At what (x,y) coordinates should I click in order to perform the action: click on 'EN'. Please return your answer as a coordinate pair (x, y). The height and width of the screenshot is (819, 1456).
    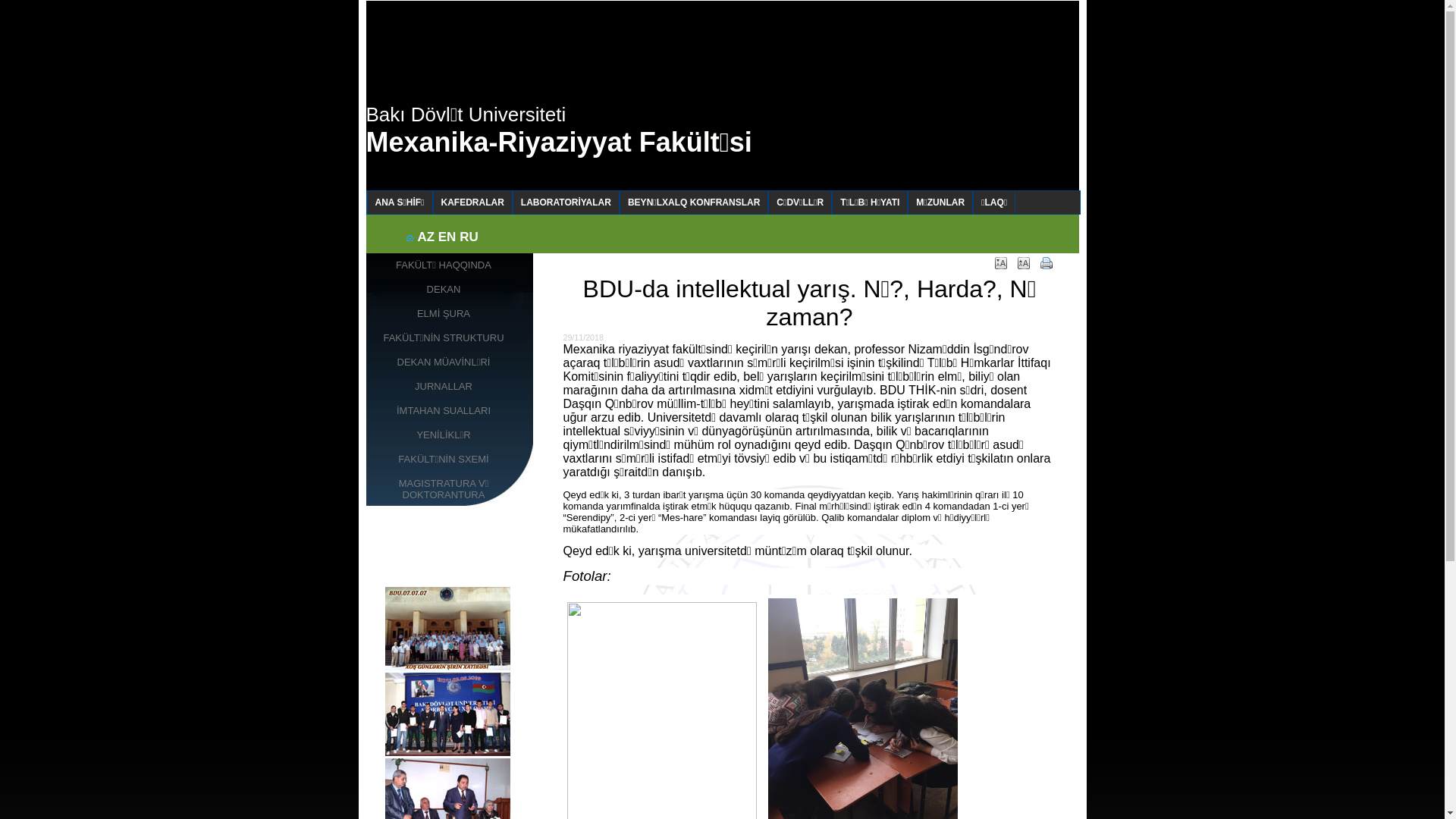
    Looking at the image, I should click on (447, 237).